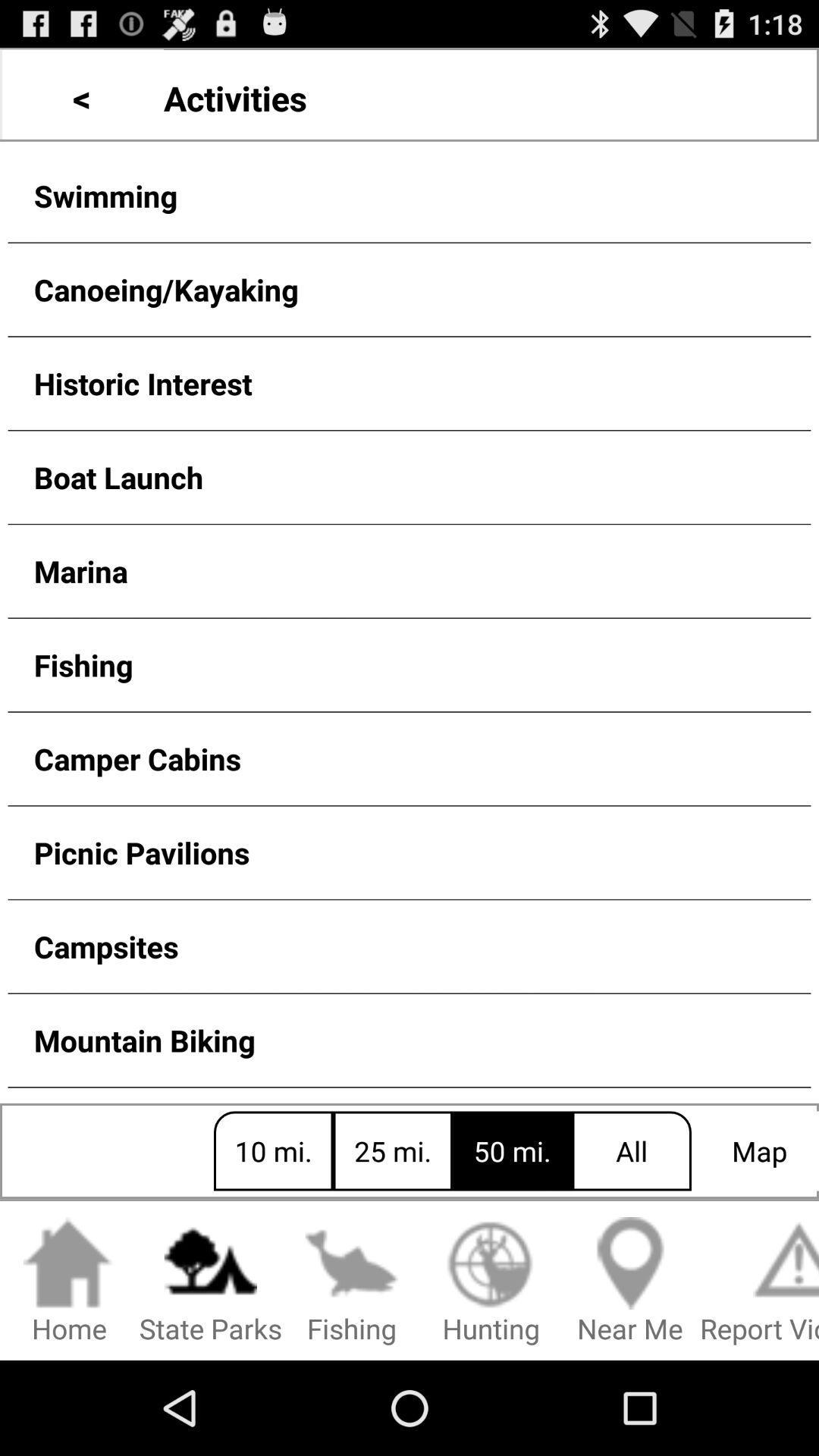  What do you see at coordinates (210, 1281) in the screenshot?
I see `the icon to the right of the home` at bounding box center [210, 1281].